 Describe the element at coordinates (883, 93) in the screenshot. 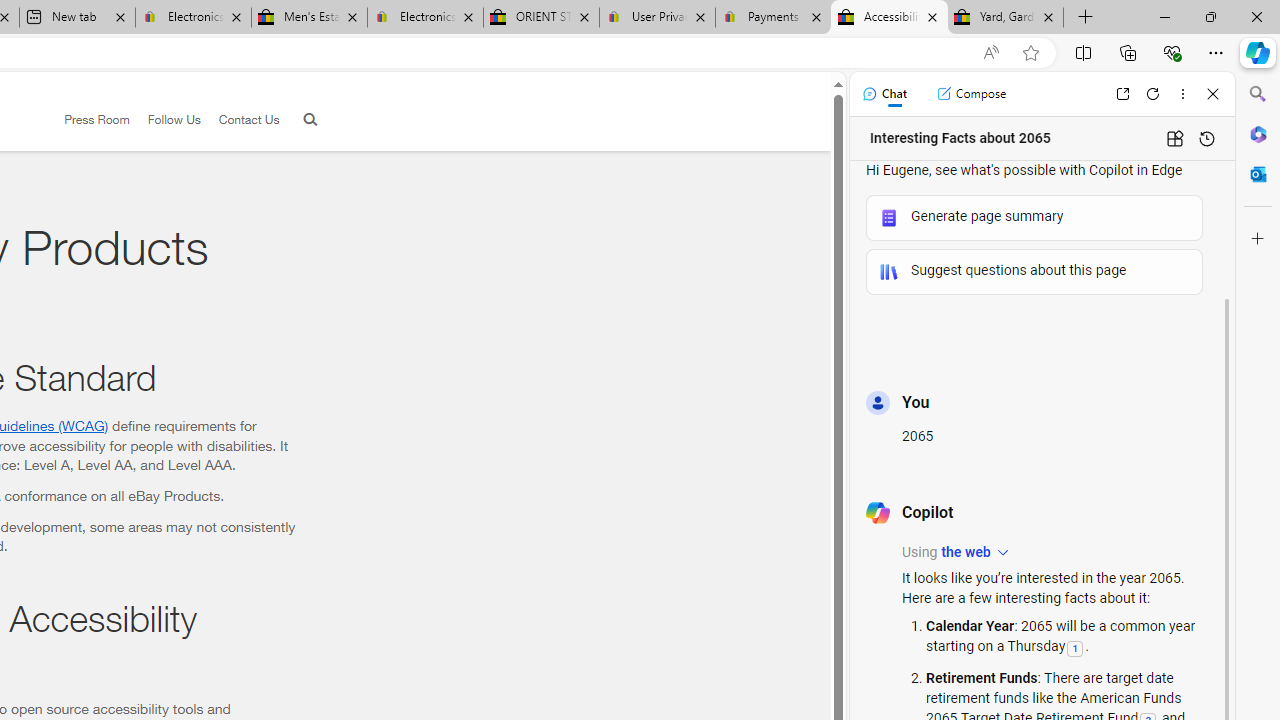

I see `'Chat'` at that location.